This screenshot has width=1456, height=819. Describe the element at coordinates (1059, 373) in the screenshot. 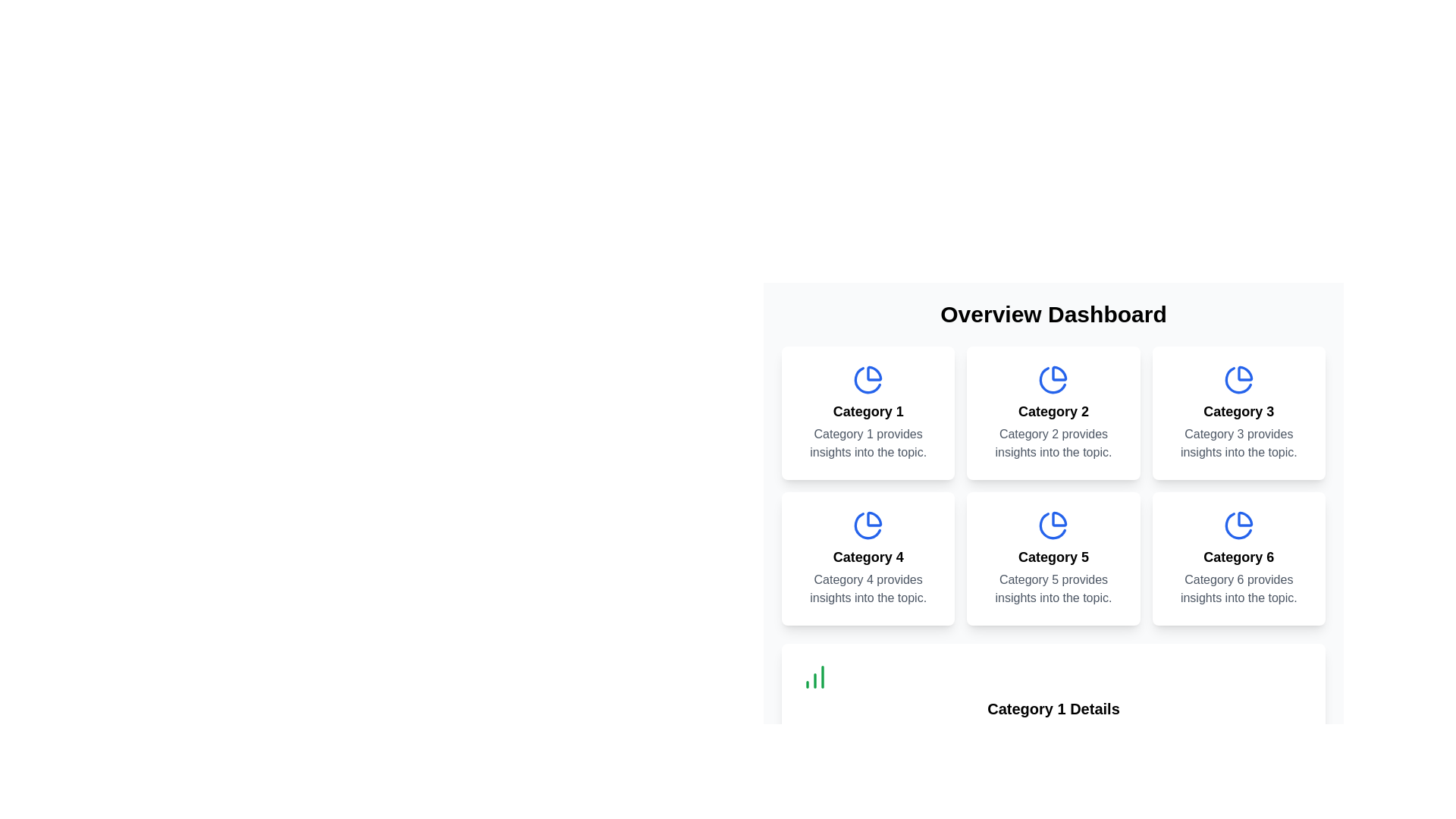

I see `the upper-right segment of the pie chart icon representing 'Category 2'` at that location.